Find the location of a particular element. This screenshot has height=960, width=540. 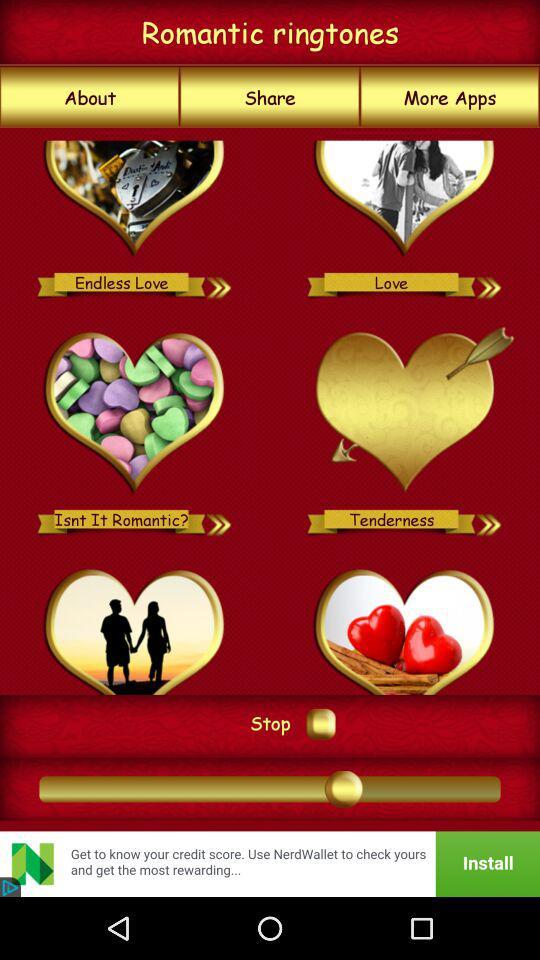

share item is located at coordinates (270, 97).